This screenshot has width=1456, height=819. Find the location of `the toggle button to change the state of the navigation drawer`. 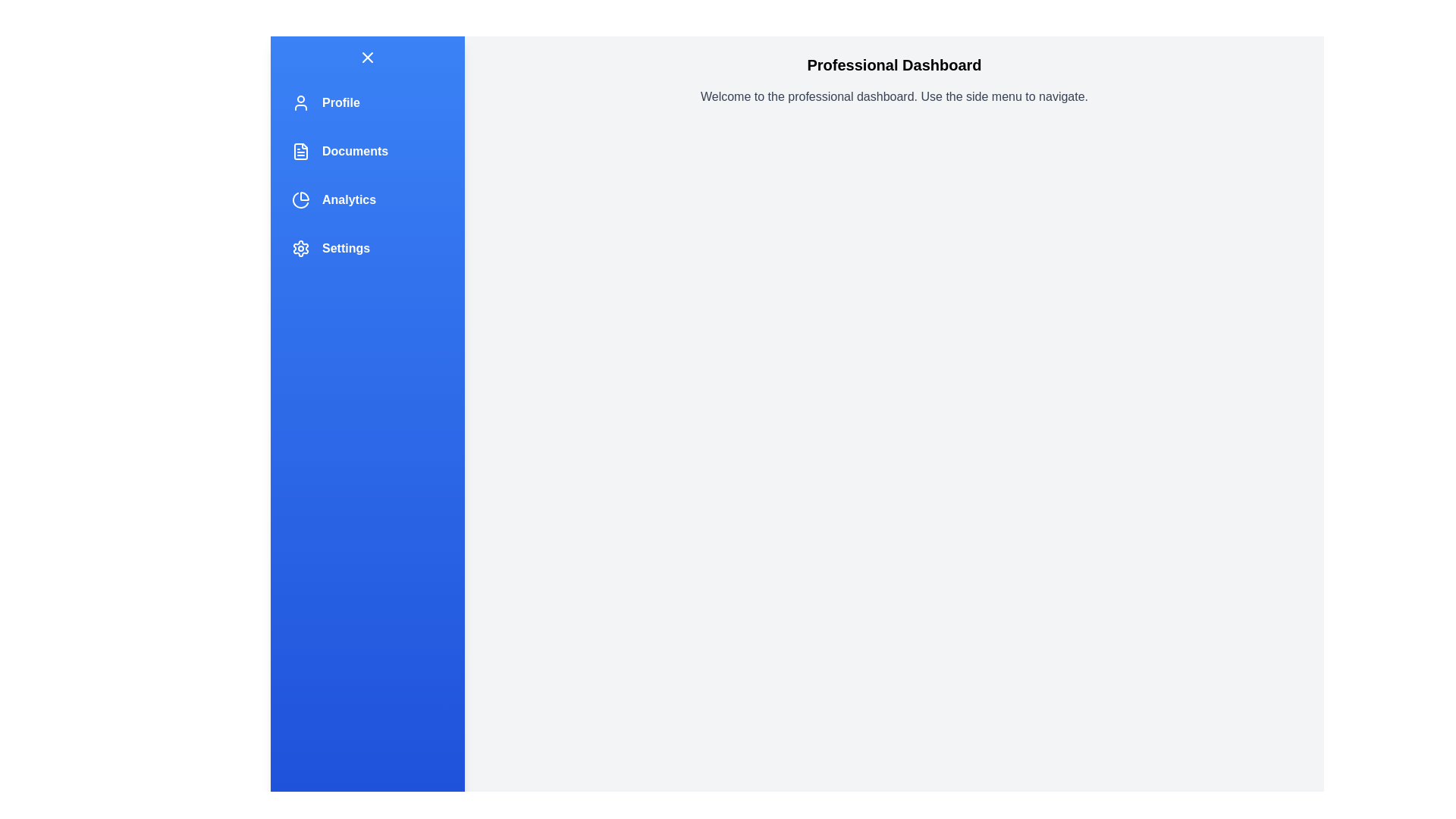

the toggle button to change the state of the navigation drawer is located at coordinates (367, 57).